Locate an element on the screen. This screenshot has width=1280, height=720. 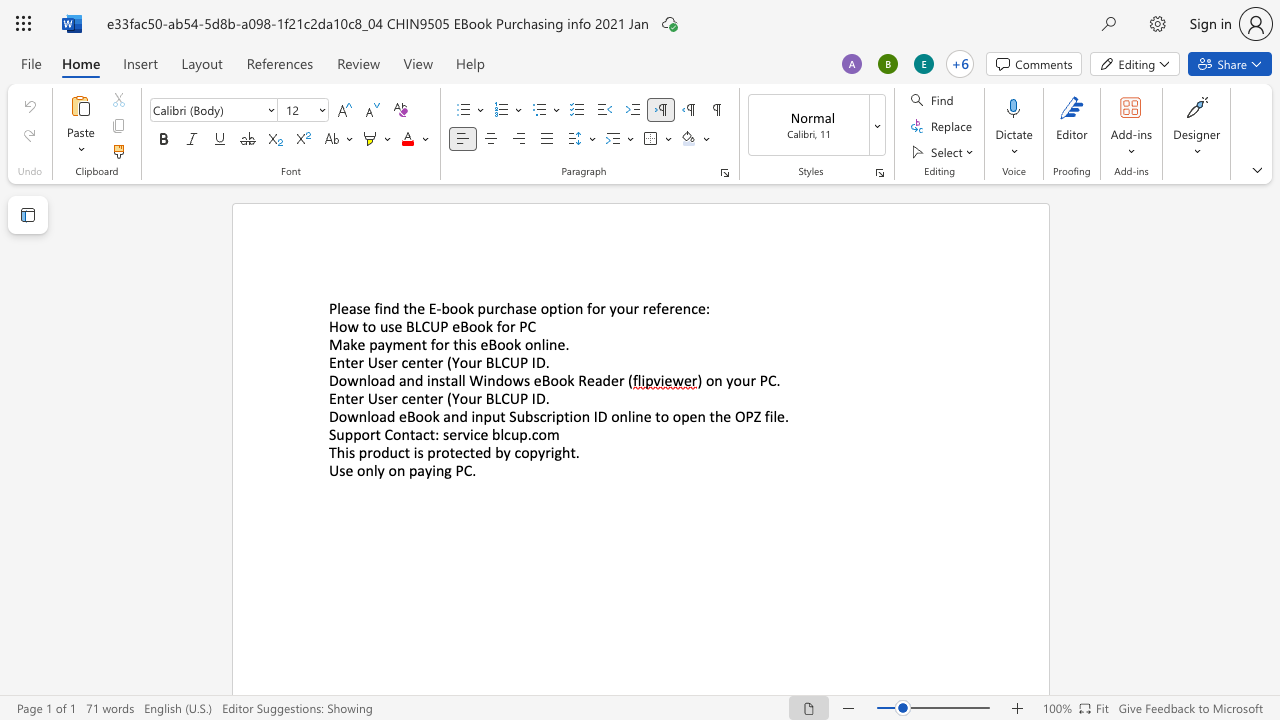
the 2th character "y" in the text is located at coordinates (541, 452).